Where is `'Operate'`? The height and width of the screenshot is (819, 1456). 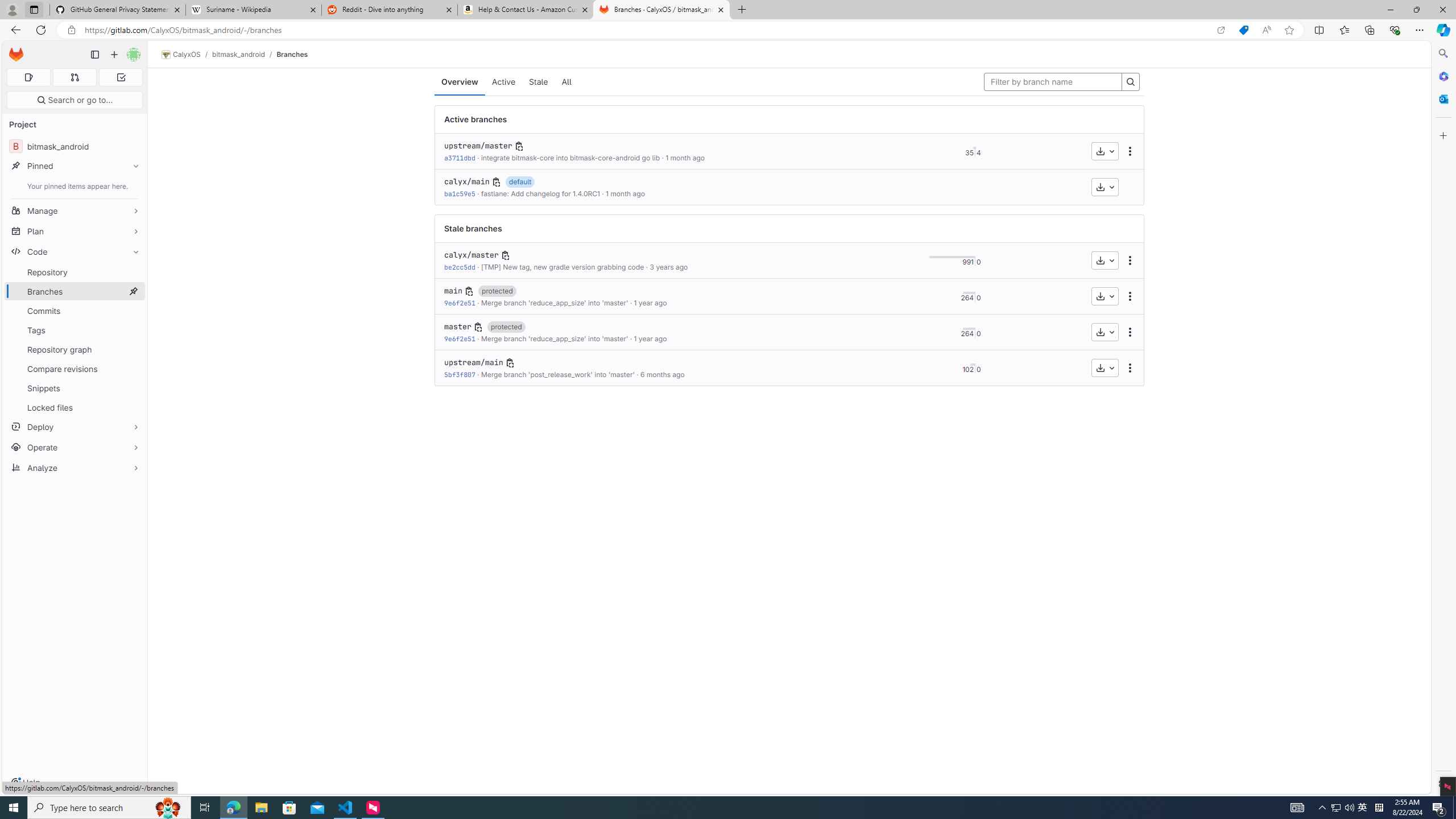
'Operate' is located at coordinates (74, 446).